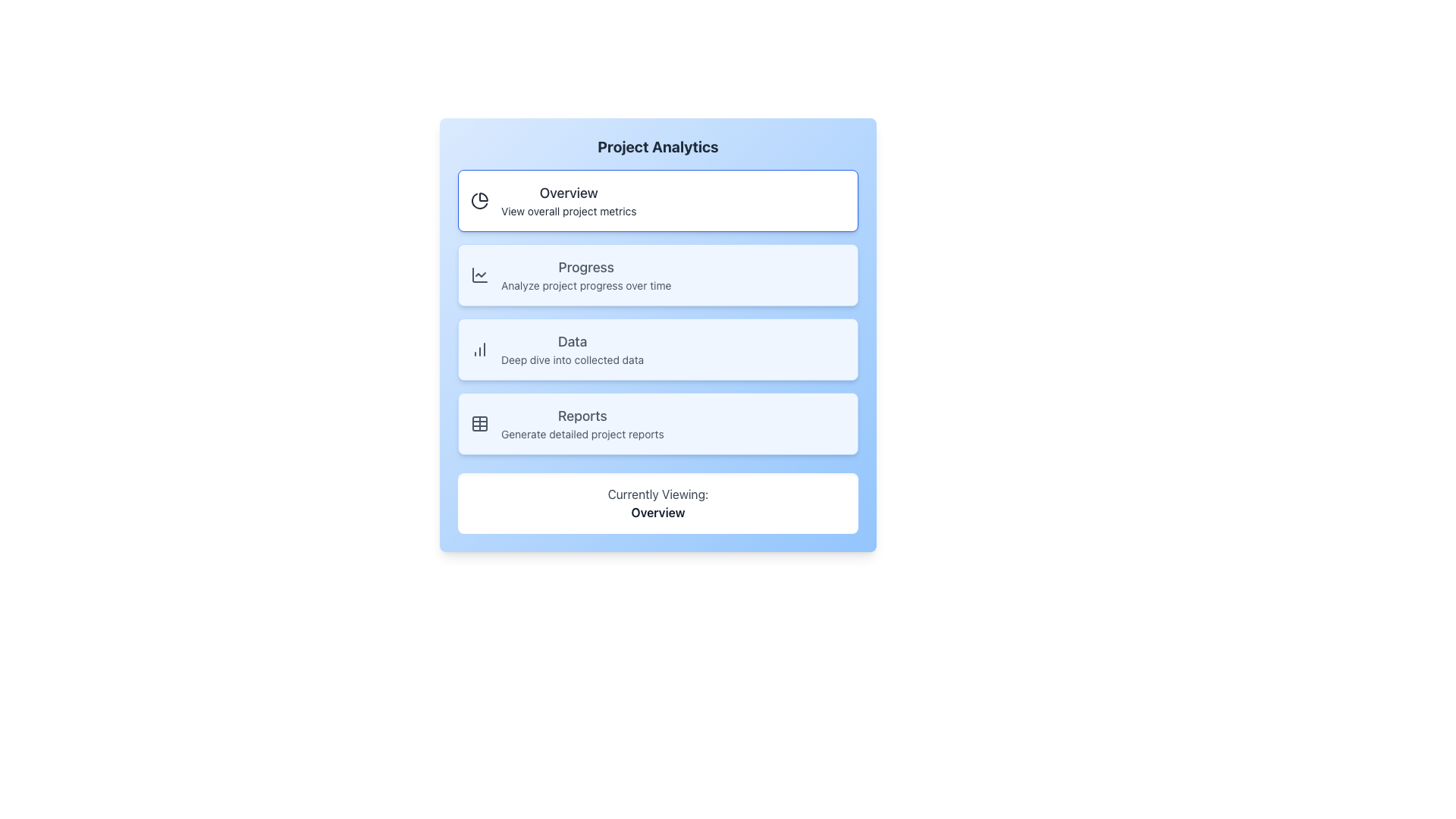  What do you see at coordinates (658, 503) in the screenshot?
I see `the Informational indicator, which is a rectangular box with a white background, rounded corners, and contains the text 'Currently Viewing:' in light gray and 'Overview' in bold dark font, located at the bottom of the 'Project Analytics' section beneath 'Reports'` at bounding box center [658, 503].